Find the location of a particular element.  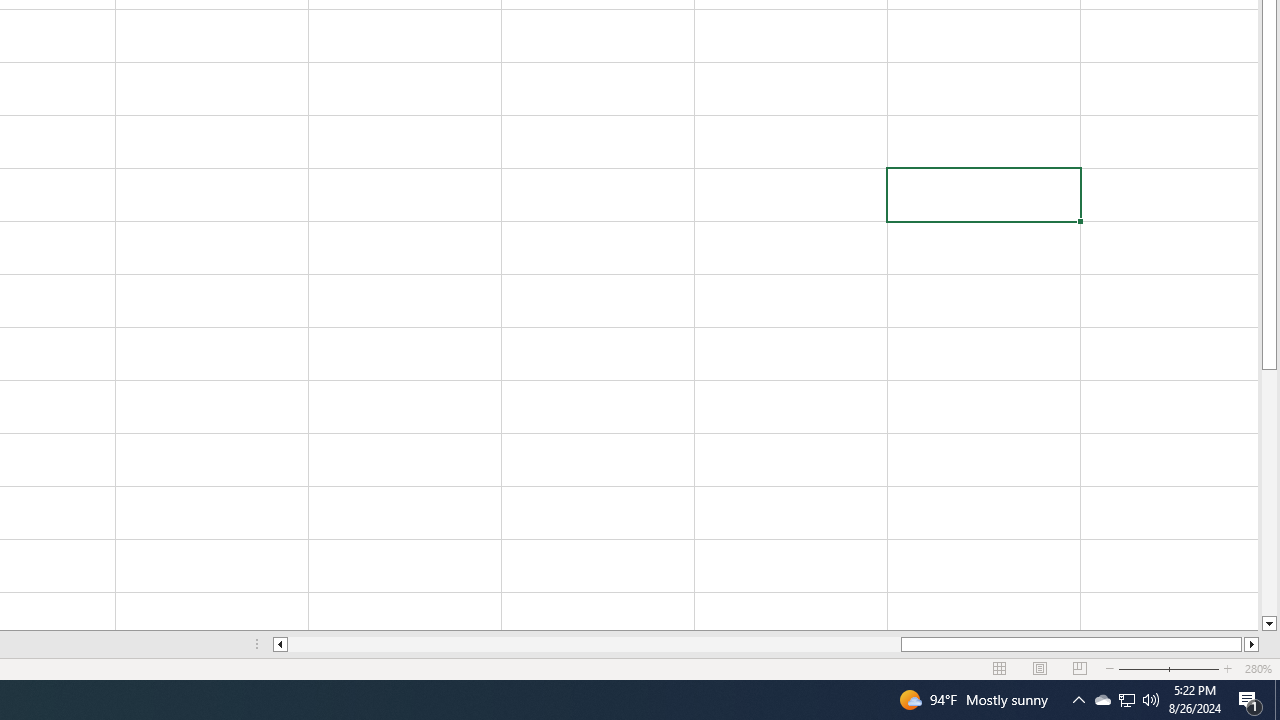

'Column right' is located at coordinates (1251, 644).